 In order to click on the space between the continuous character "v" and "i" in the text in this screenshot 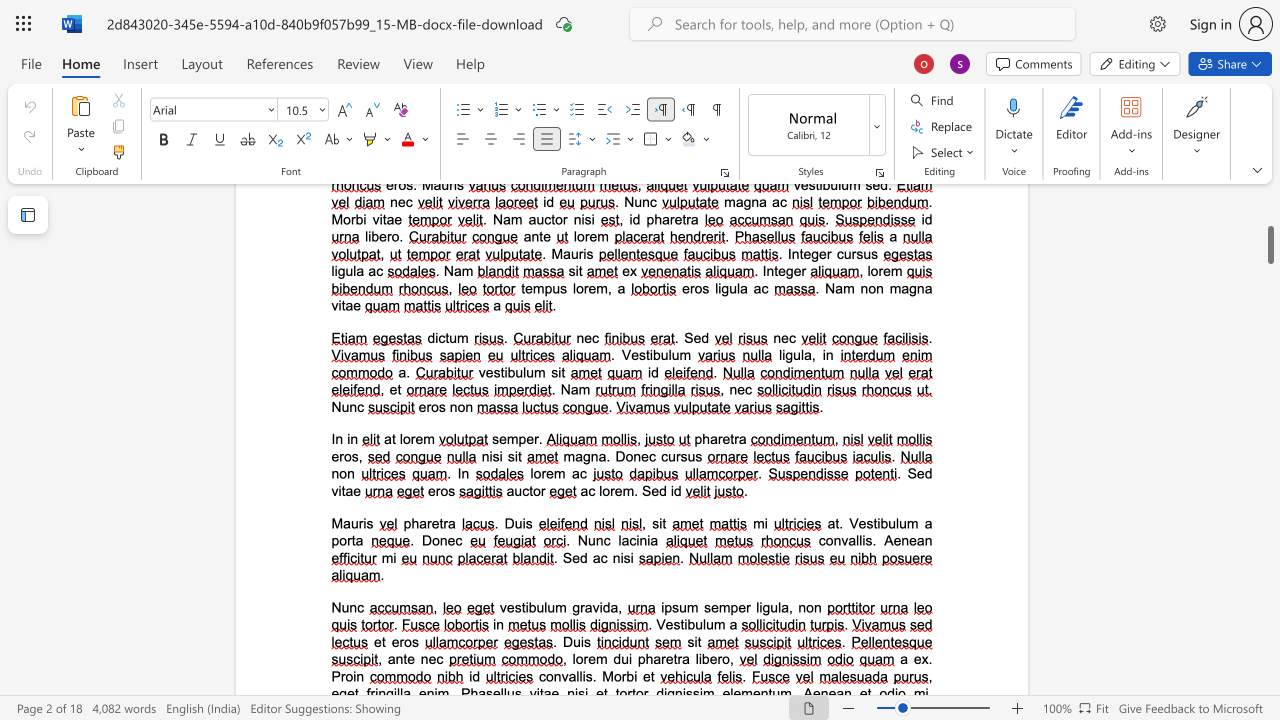, I will do `click(597, 606)`.